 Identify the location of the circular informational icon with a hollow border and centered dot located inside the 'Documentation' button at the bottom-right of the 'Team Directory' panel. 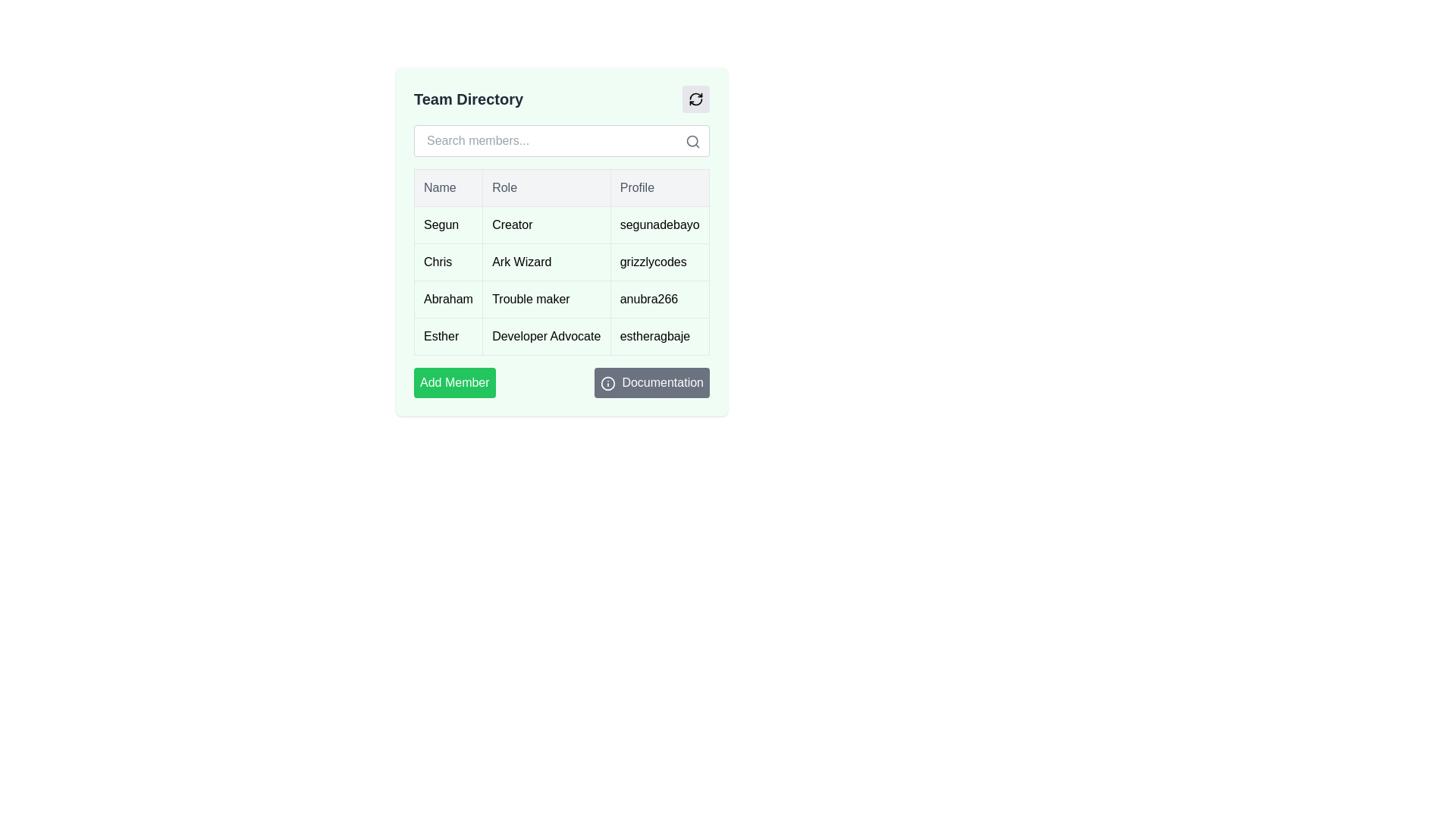
(608, 382).